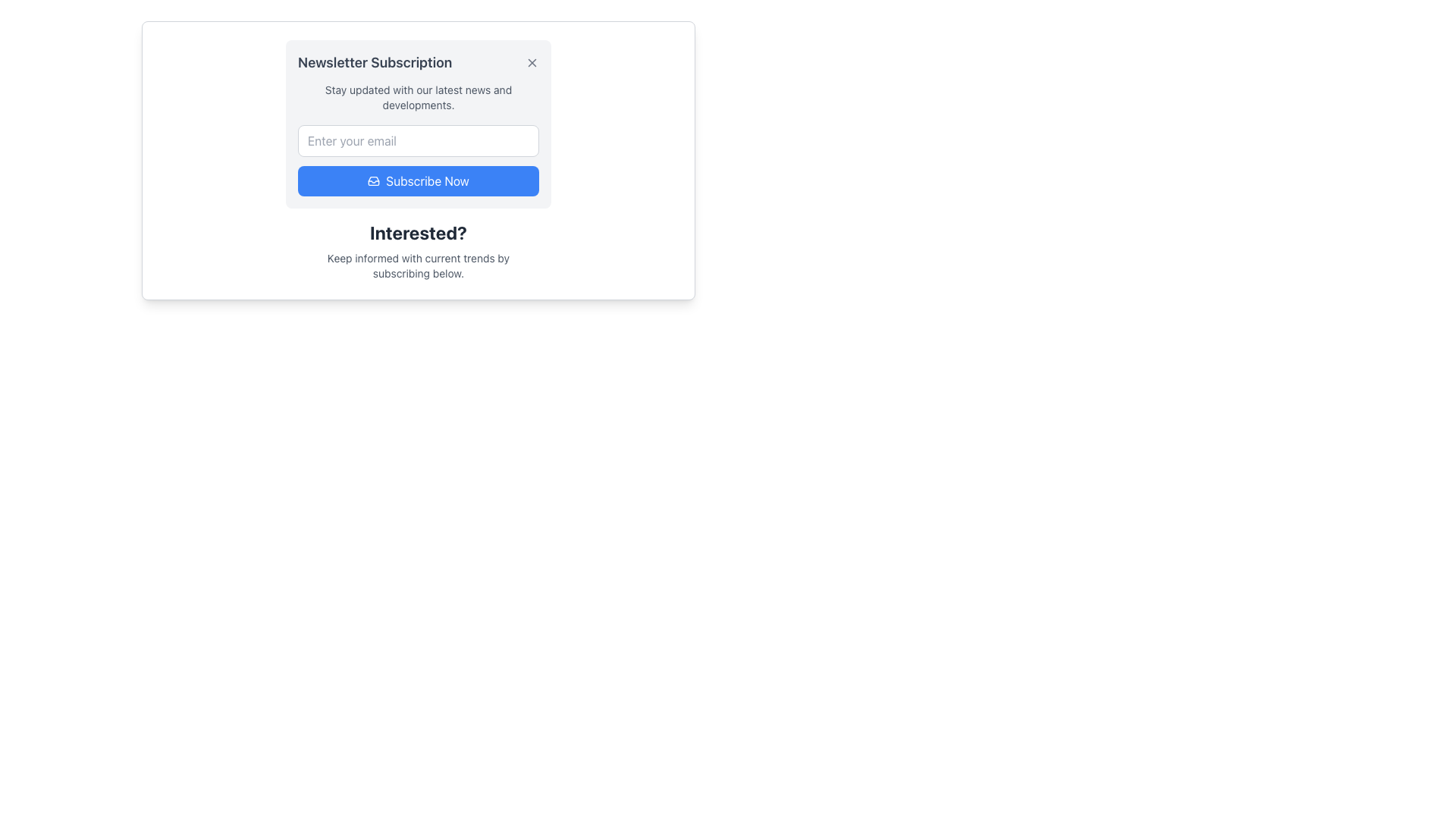 Image resolution: width=1456 pixels, height=819 pixels. I want to click on the 'Submit' button located in the 'Newsletter Subscription' section, so click(419, 161).